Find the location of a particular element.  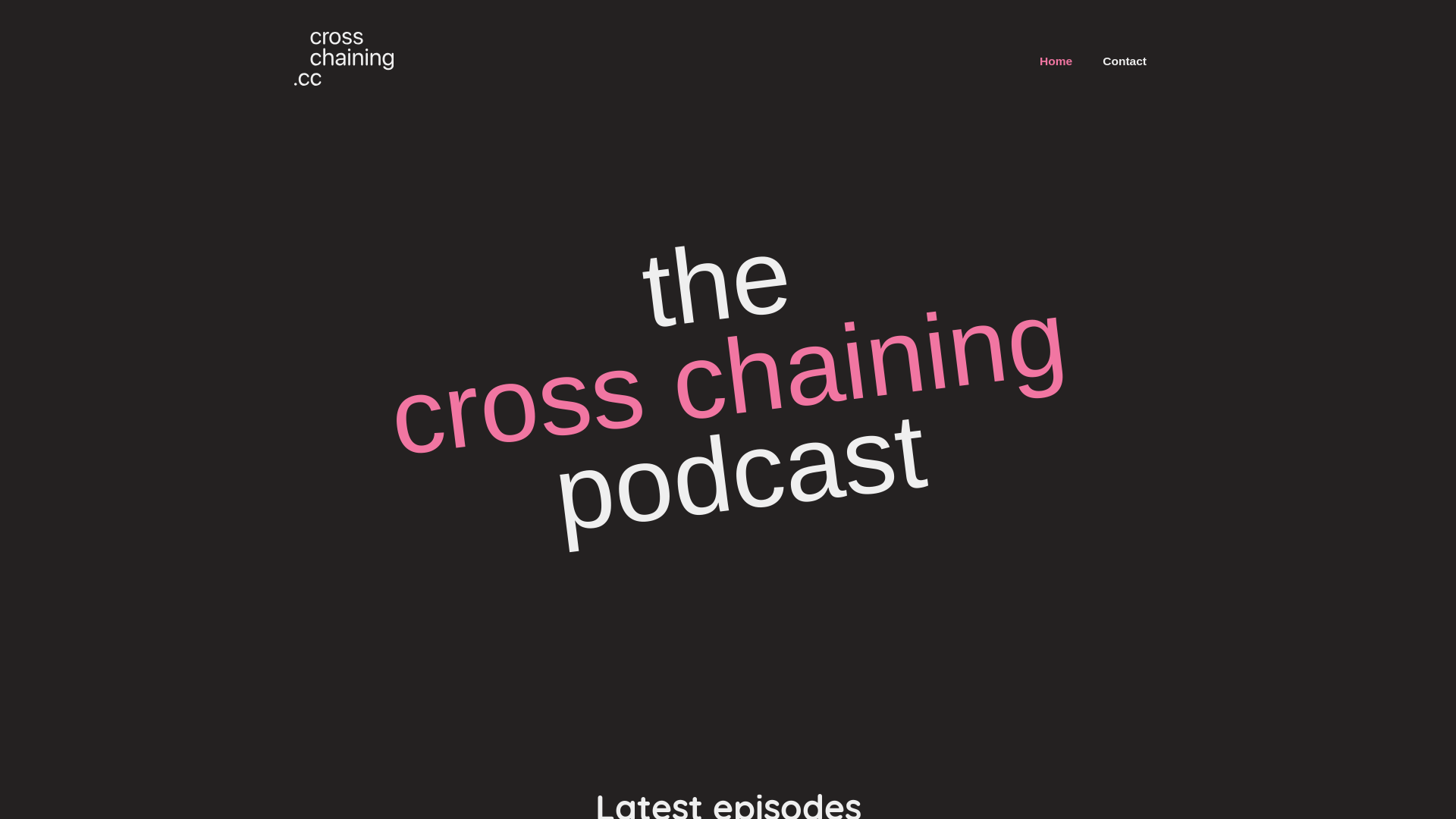

'Home' is located at coordinates (1055, 61).